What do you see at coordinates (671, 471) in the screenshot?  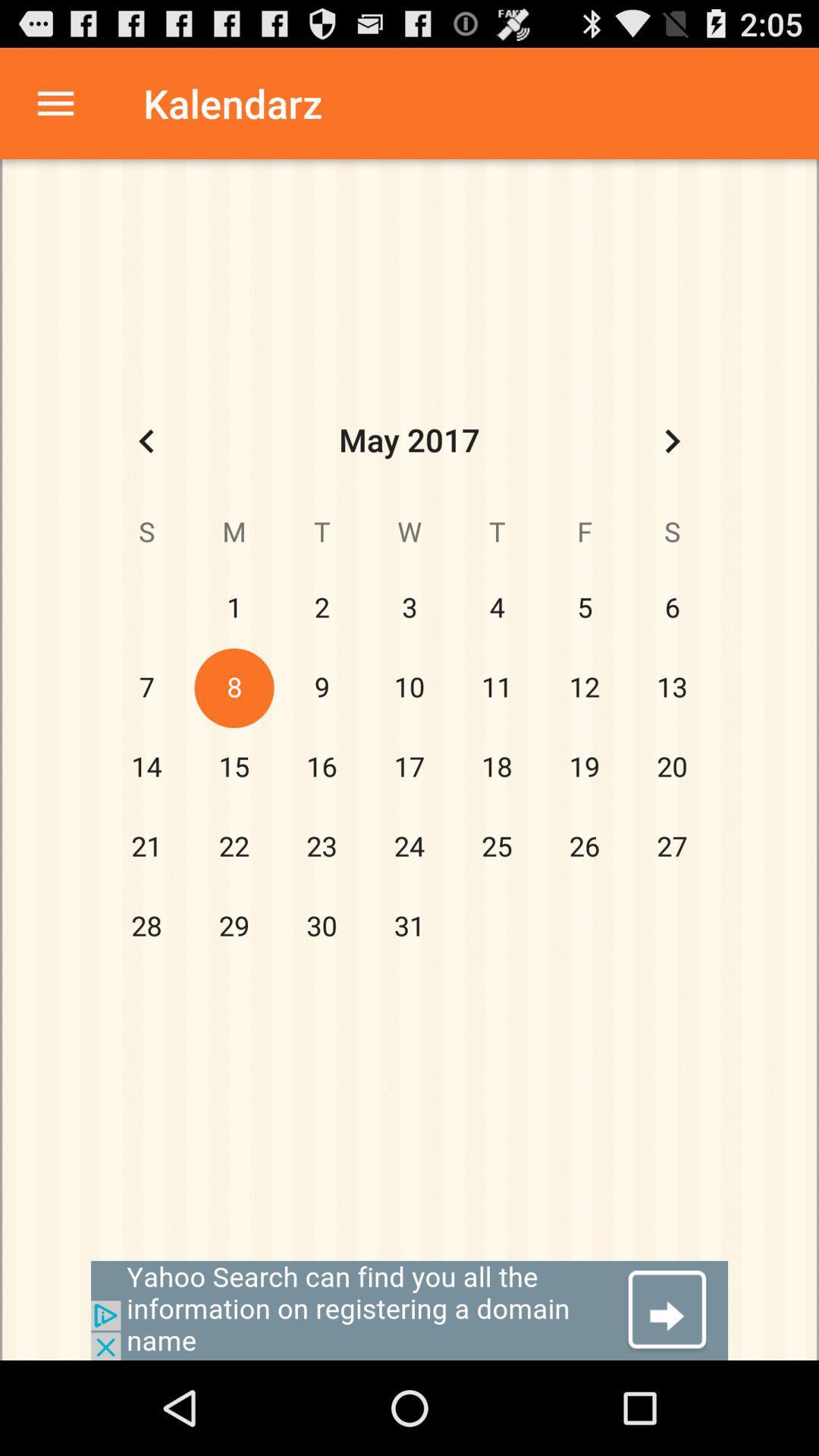 I see `the arrow_forward icon` at bounding box center [671, 471].